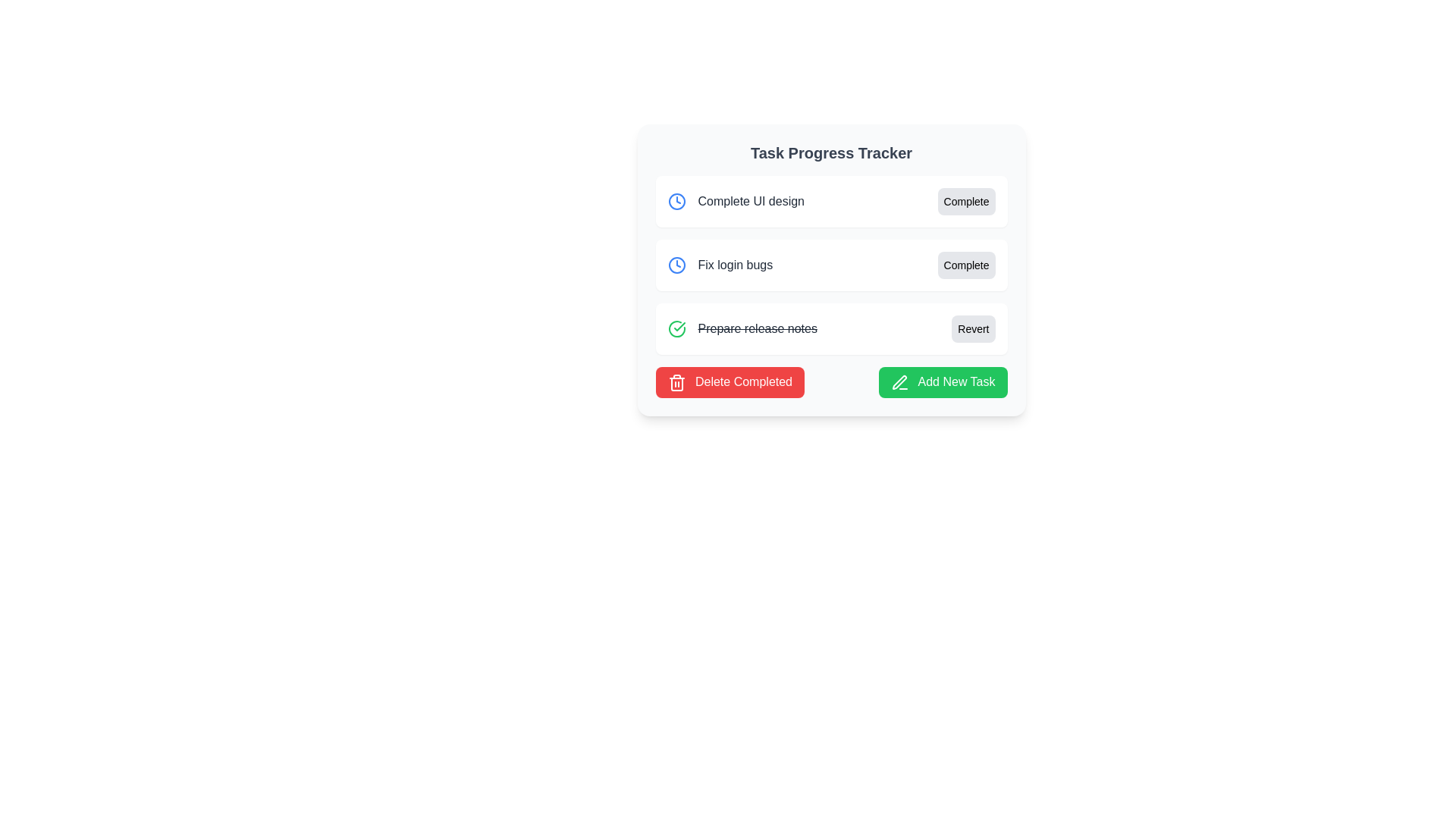 This screenshot has height=819, width=1456. Describe the element at coordinates (719, 265) in the screenshot. I see `the text label displaying 'Fix login bugs', which is the second task in the 'Task Progress Tracker' card, positioned between 'Complete UI design' and 'Prepare release notes'` at that location.